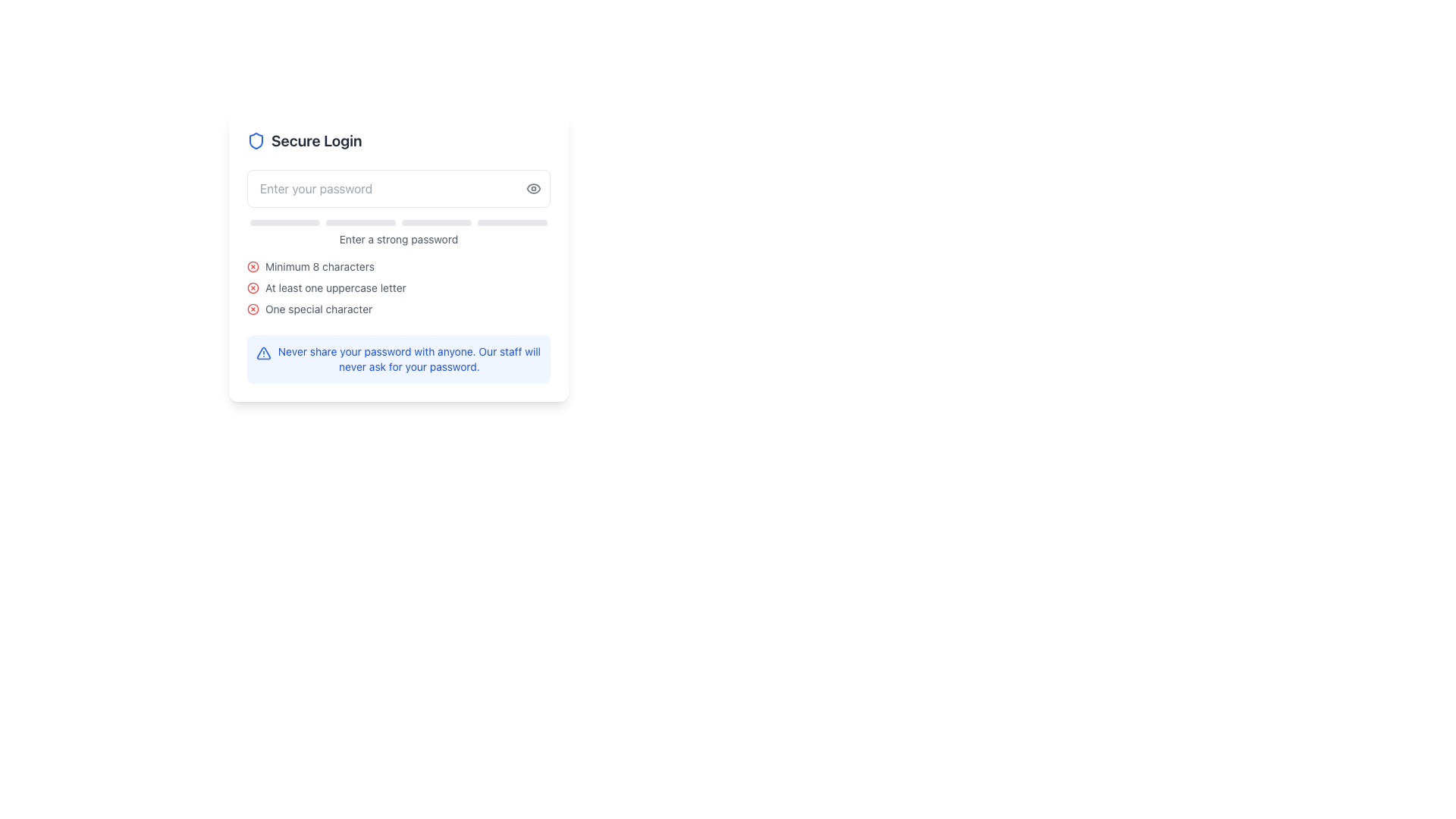 This screenshot has width=1456, height=819. What do you see at coordinates (513, 222) in the screenshot?
I see `the rightmost visual feedback bar, which is a thin, rectangular bar with rounded edges and light grey color, located in the 'Enter a strong password' section` at bounding box center [513, 222].